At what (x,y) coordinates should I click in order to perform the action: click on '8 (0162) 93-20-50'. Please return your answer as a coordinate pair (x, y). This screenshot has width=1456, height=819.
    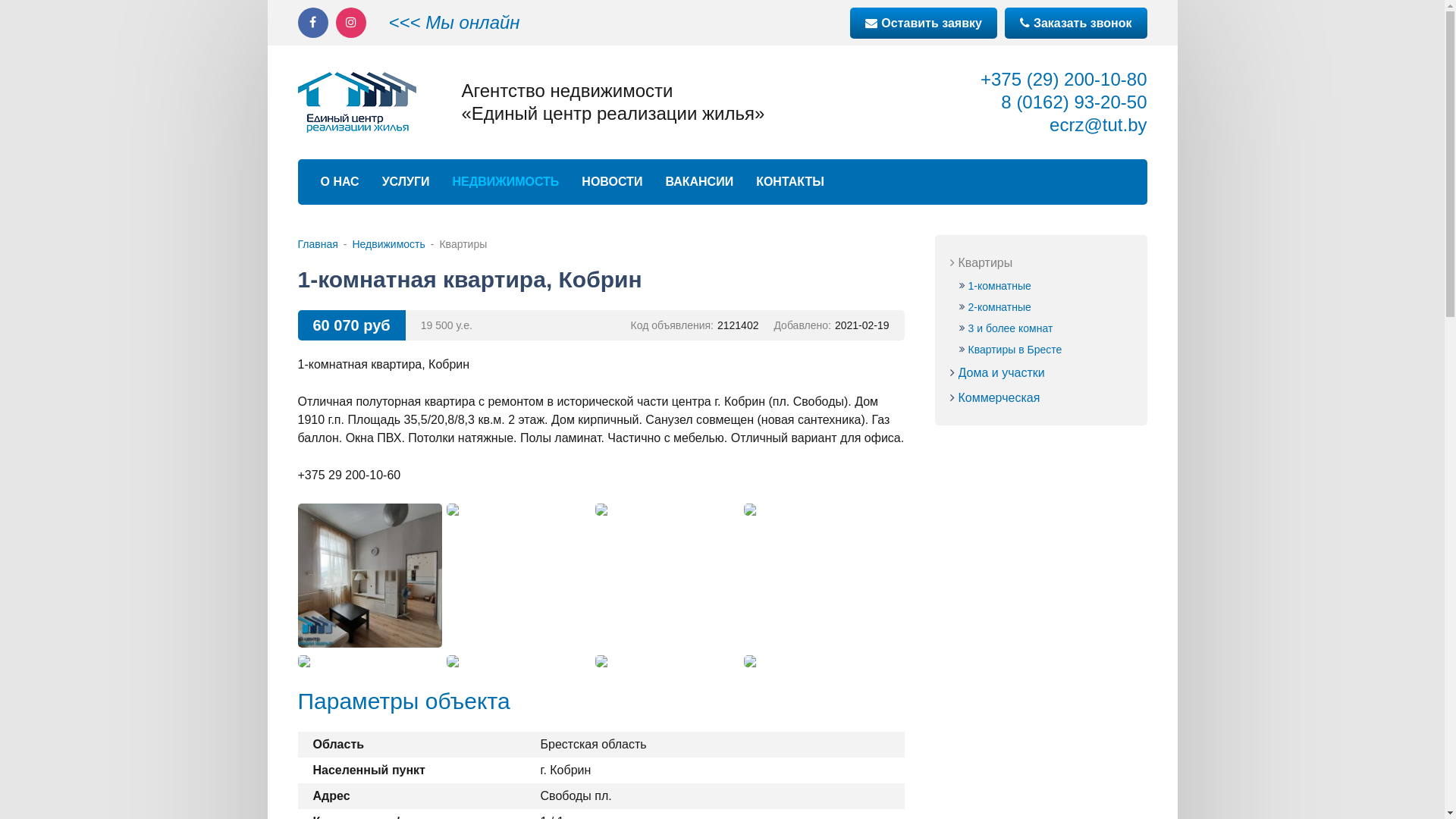
    Looking at the image, I should click on (1073, 102).